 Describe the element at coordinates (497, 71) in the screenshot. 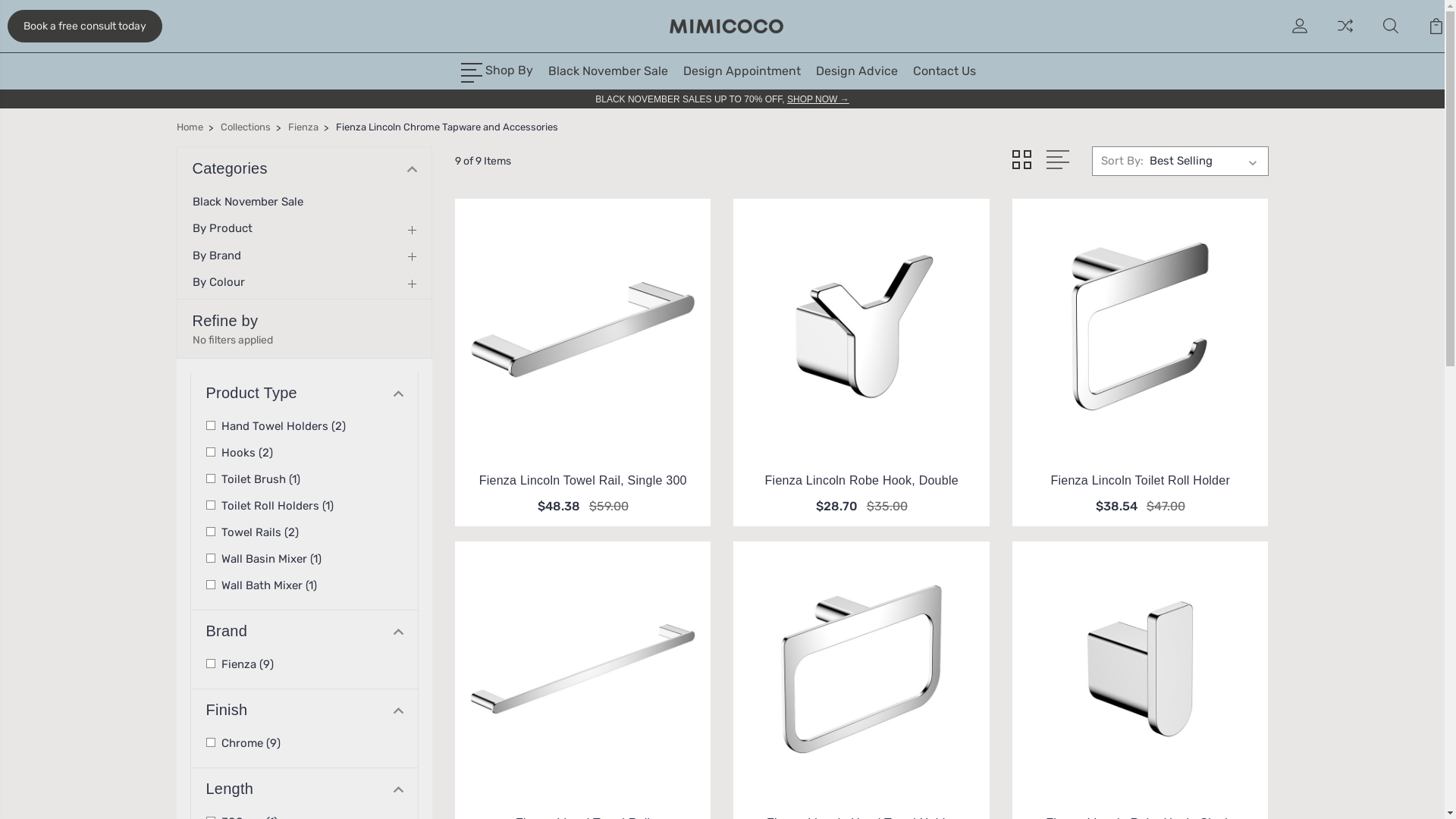

I see `'Shop By'` at that location.